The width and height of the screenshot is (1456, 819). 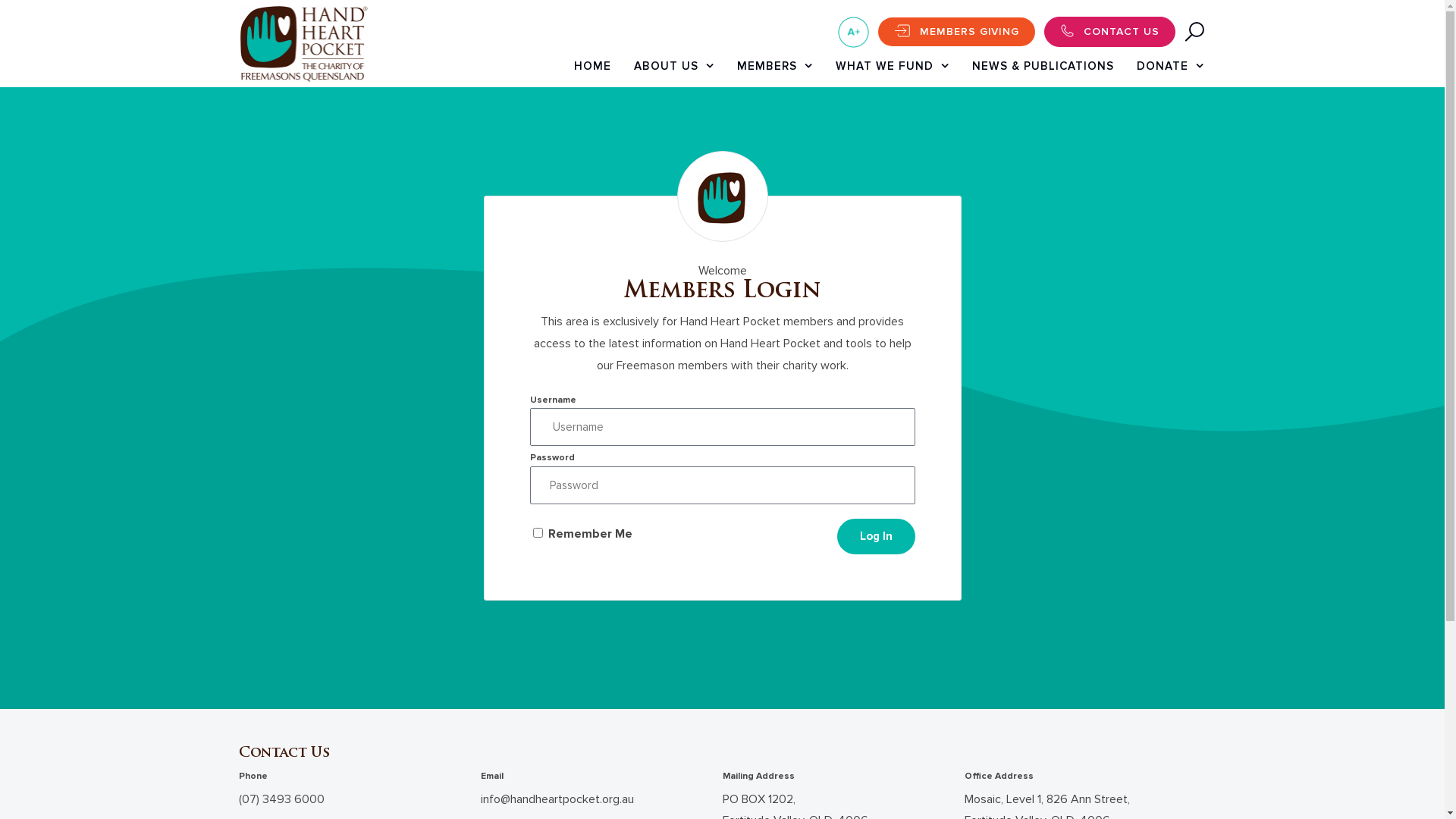 I want to click on 'Log In', so click(x=876, y=535).